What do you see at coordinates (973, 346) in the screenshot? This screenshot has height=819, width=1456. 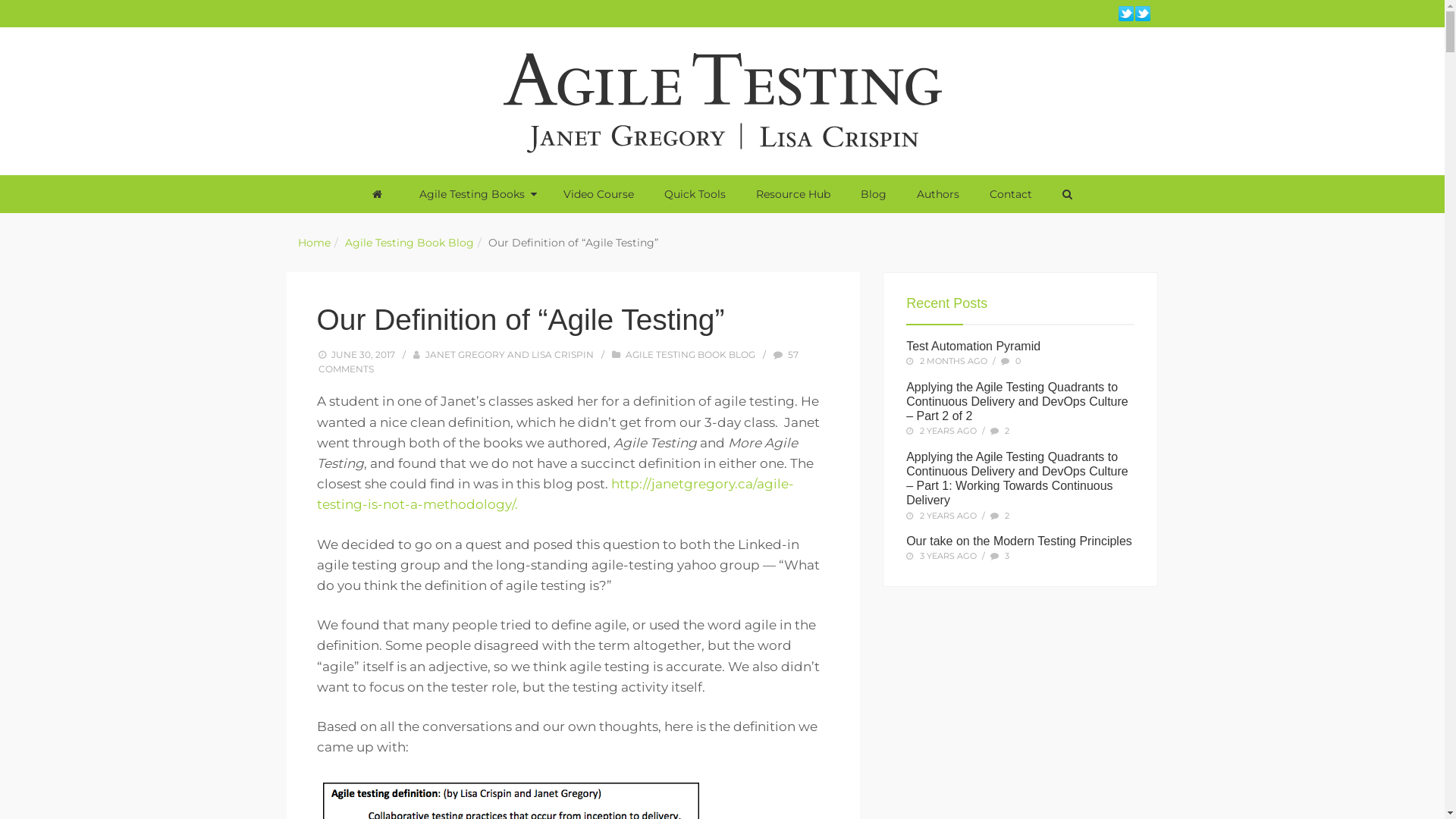 I see `'Test Automation Pyramid'` at bounding box center [973, 346].